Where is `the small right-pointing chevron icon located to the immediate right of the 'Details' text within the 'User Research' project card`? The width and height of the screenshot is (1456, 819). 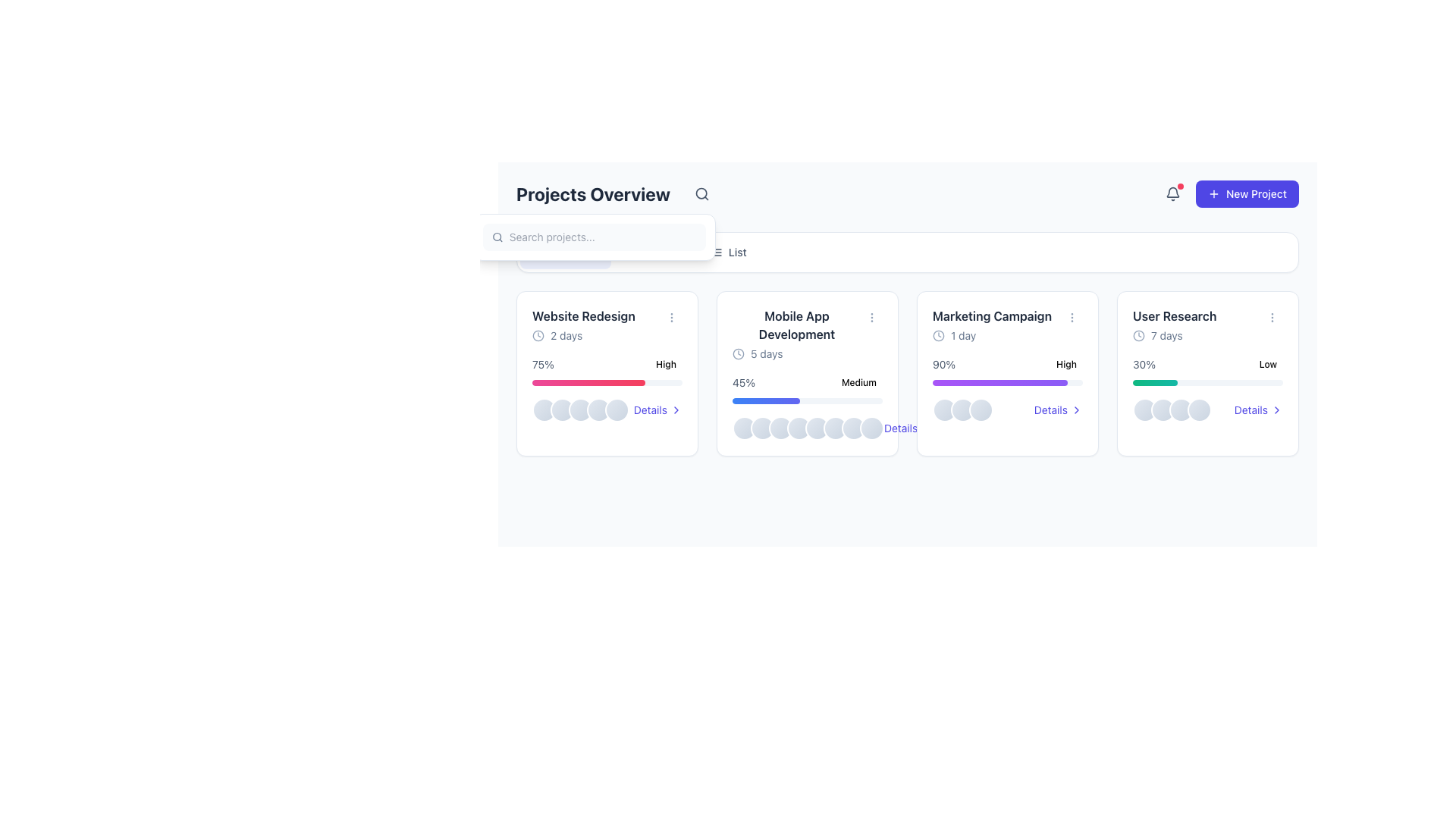
the small right-pointing chevron icon located to the immediate right of the 'Details' text within the 'User Research' project card is located at coordinates (1276, 409).